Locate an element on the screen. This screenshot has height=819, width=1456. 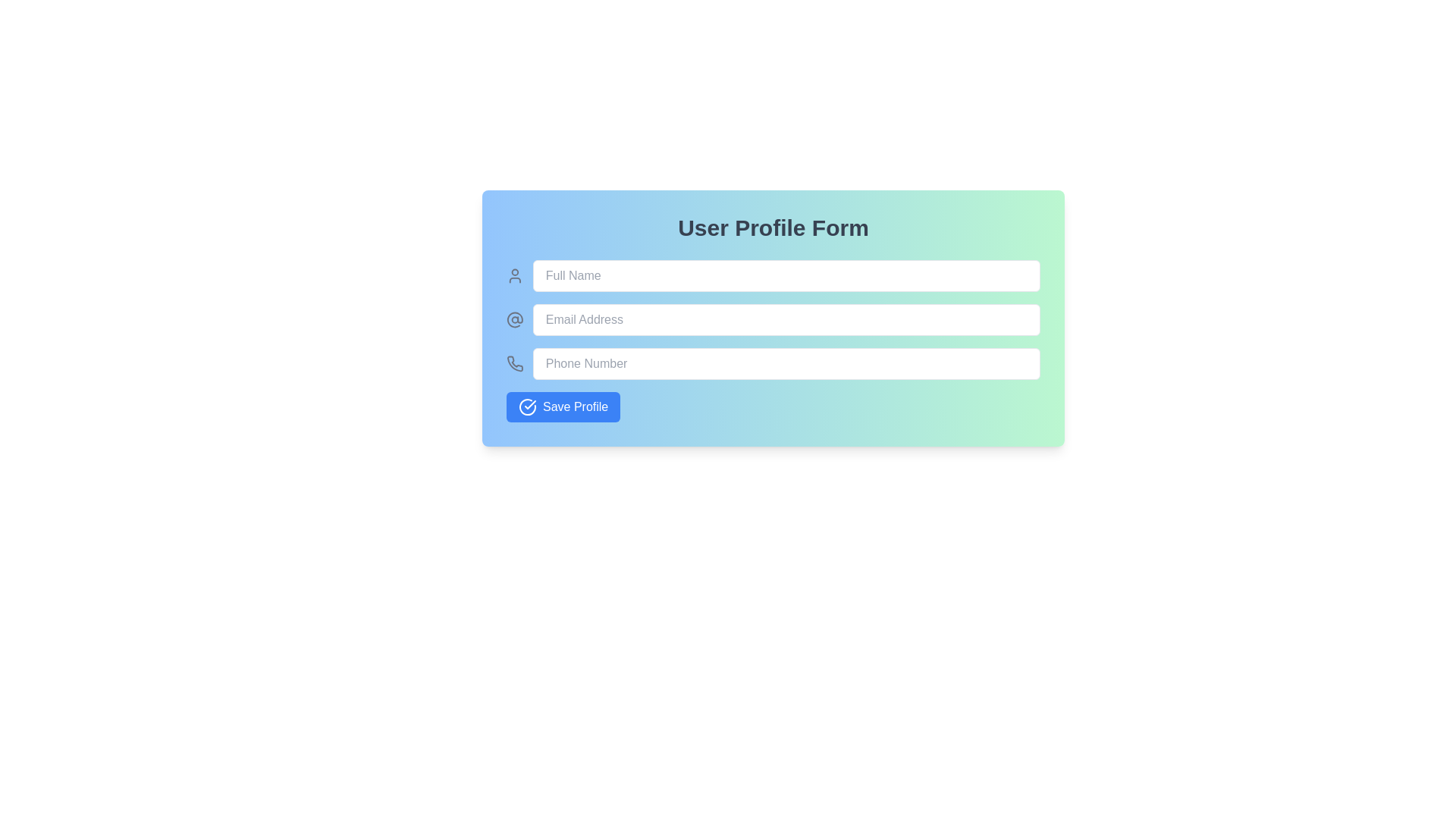
the decorative email icon located to the left of the 'Email Address' input field is located at coordinates (515, 318).